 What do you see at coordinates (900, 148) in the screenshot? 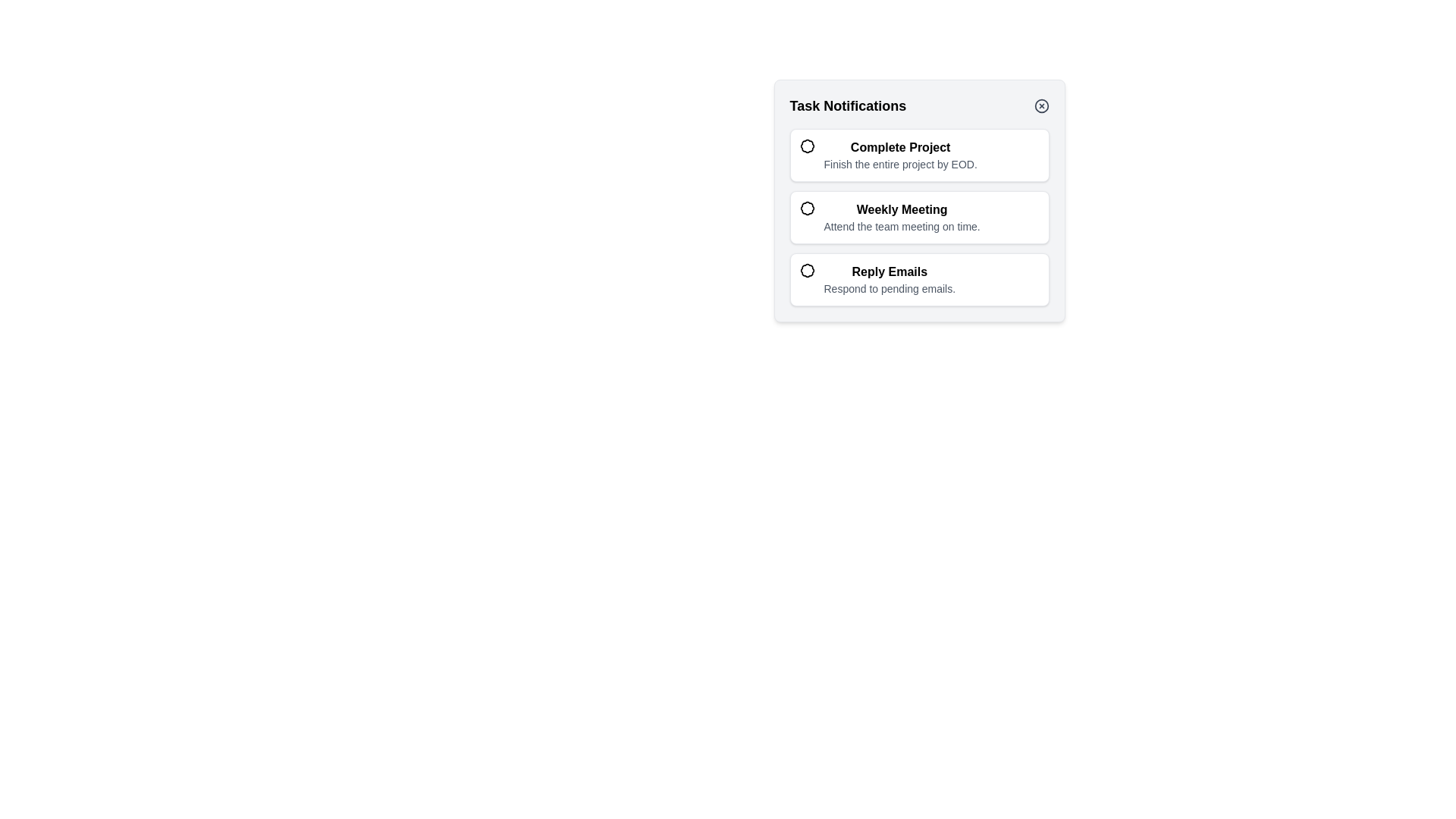
I see `the text label displaying 'Complete Project', which is styled in bold and positioned at the top of the task card in the task notifications section` at bounding box center [900, 148].